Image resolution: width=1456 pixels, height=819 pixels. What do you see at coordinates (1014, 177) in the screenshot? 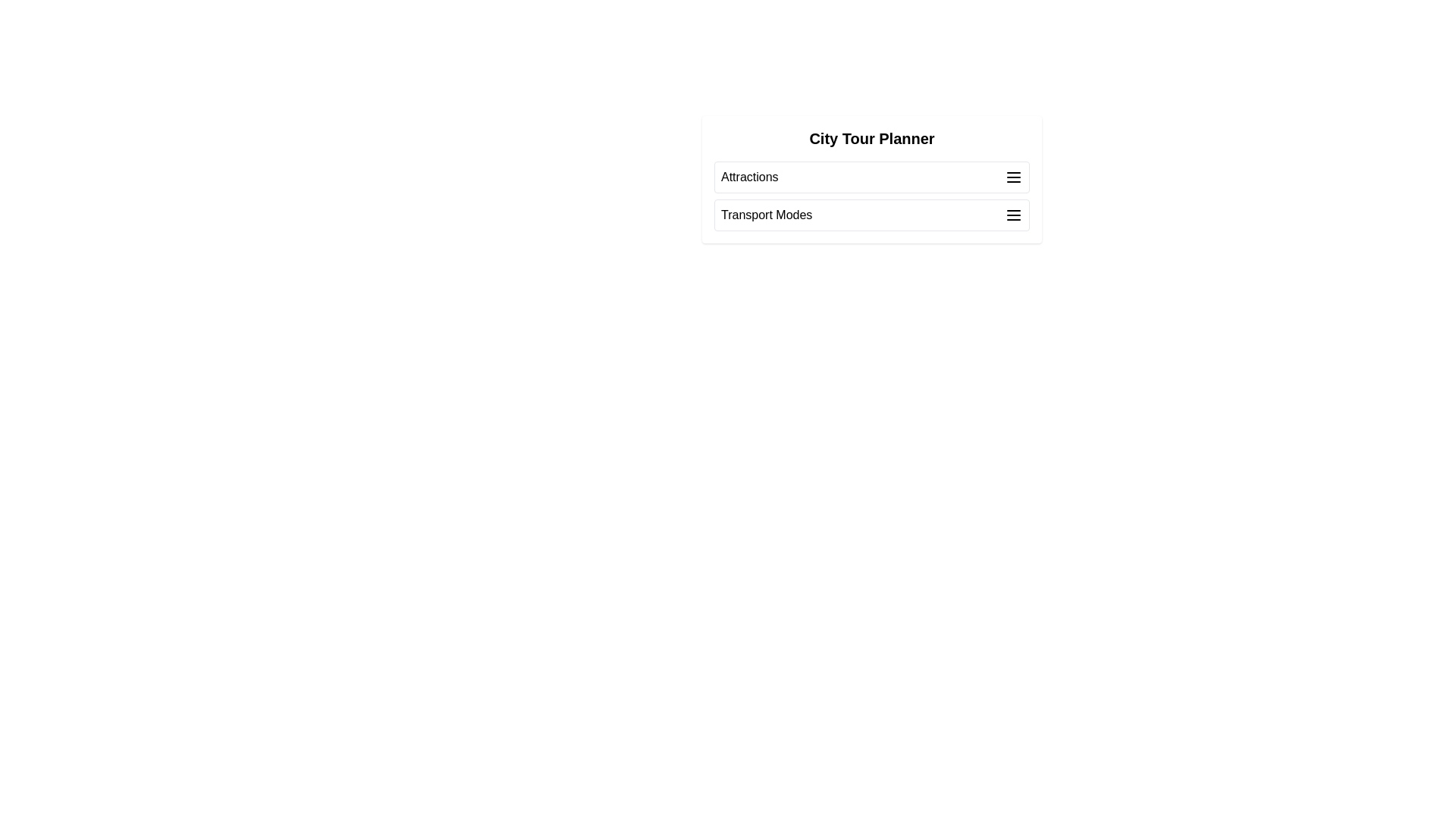
I see `the IconButton located on the far right side of the 'Attractions' row` at bounding box center [1014, 177].